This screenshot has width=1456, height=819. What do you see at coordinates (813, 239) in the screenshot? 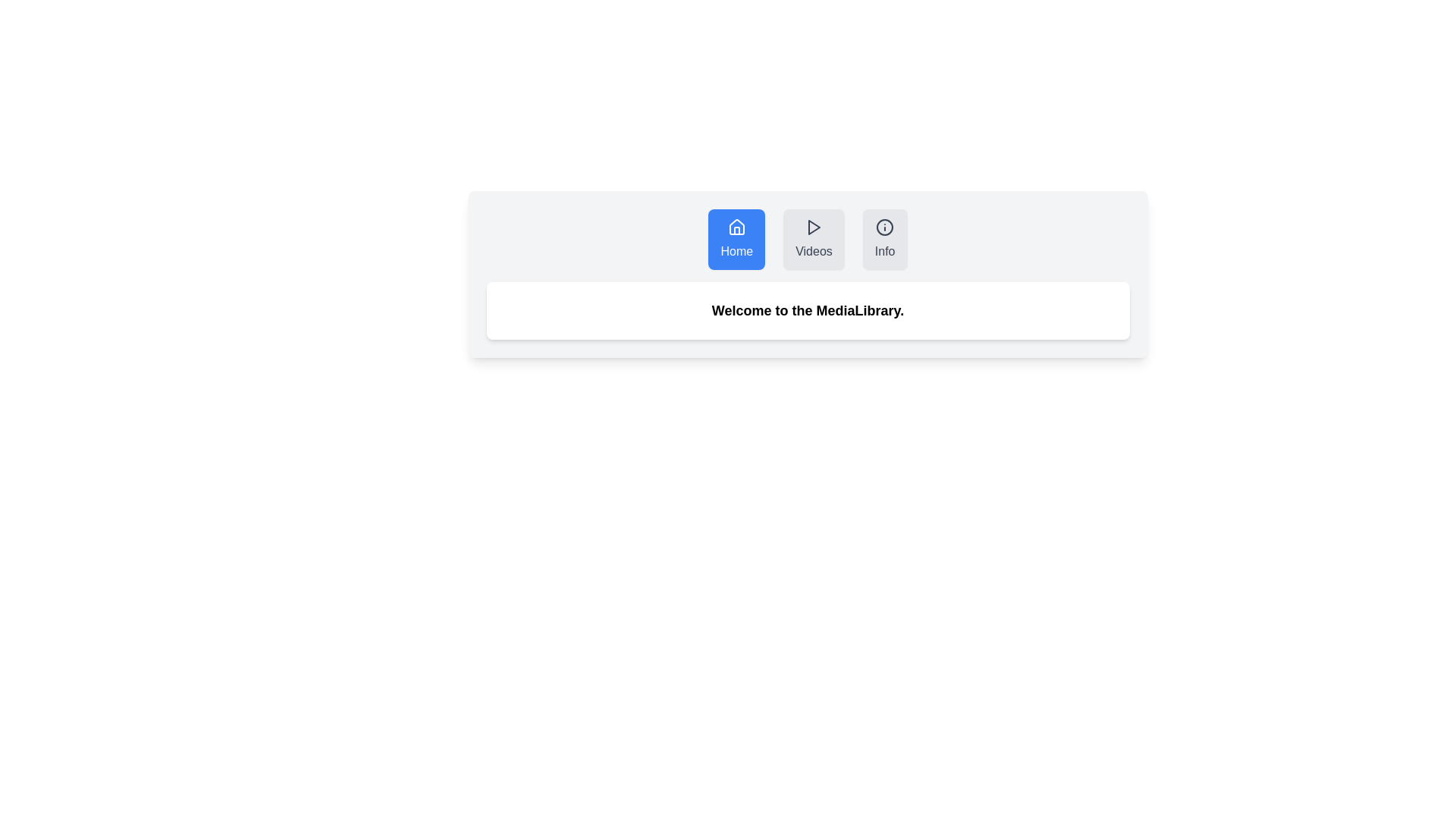
I see `the Videos tab` at bounding box center [813, 239].